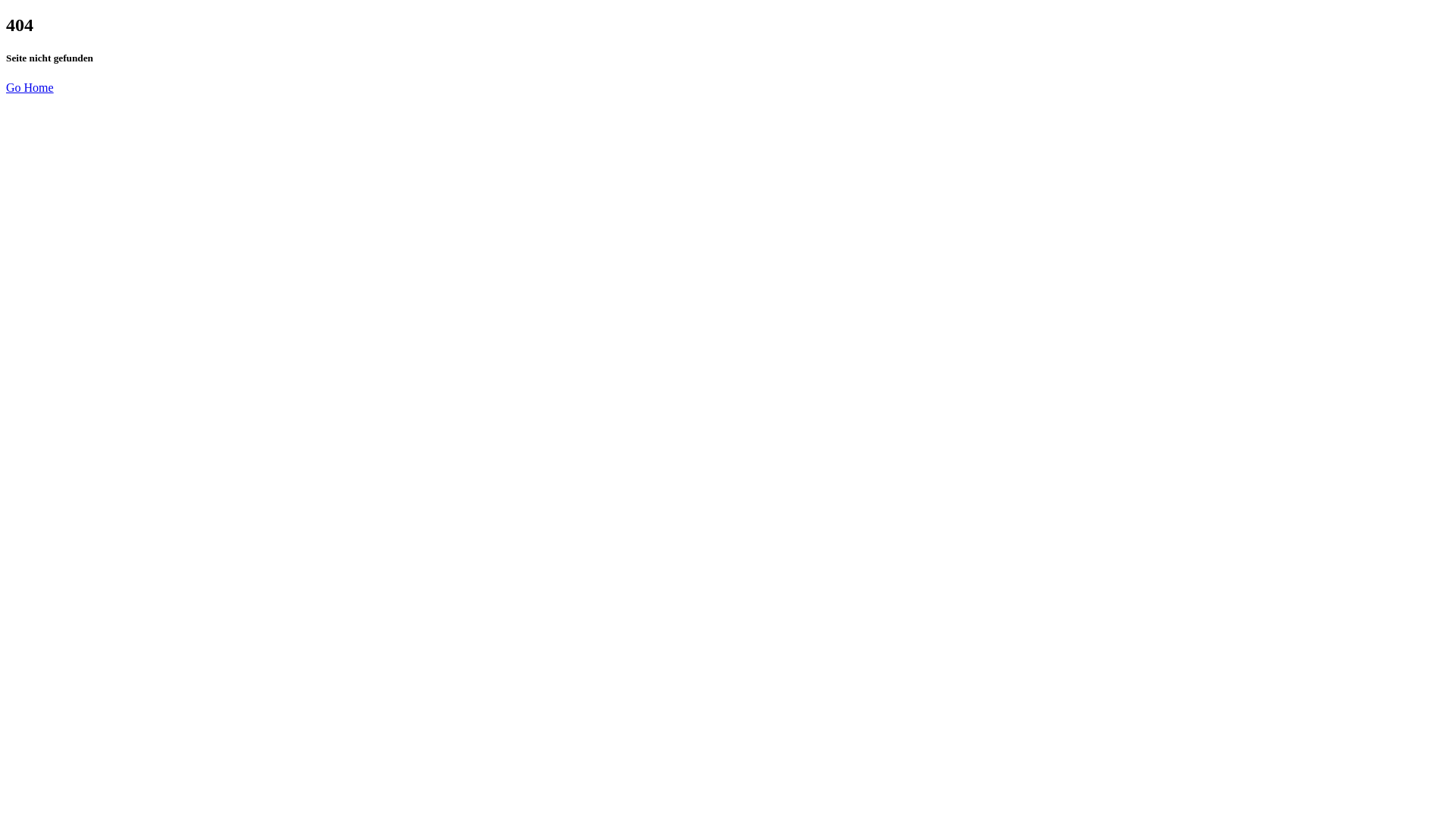 Image resolution: width=1456 pixels, height=819 pixels. Describe the element at coordinates (6, 87) in the screenshot. I see `'Go Home'` at that location.